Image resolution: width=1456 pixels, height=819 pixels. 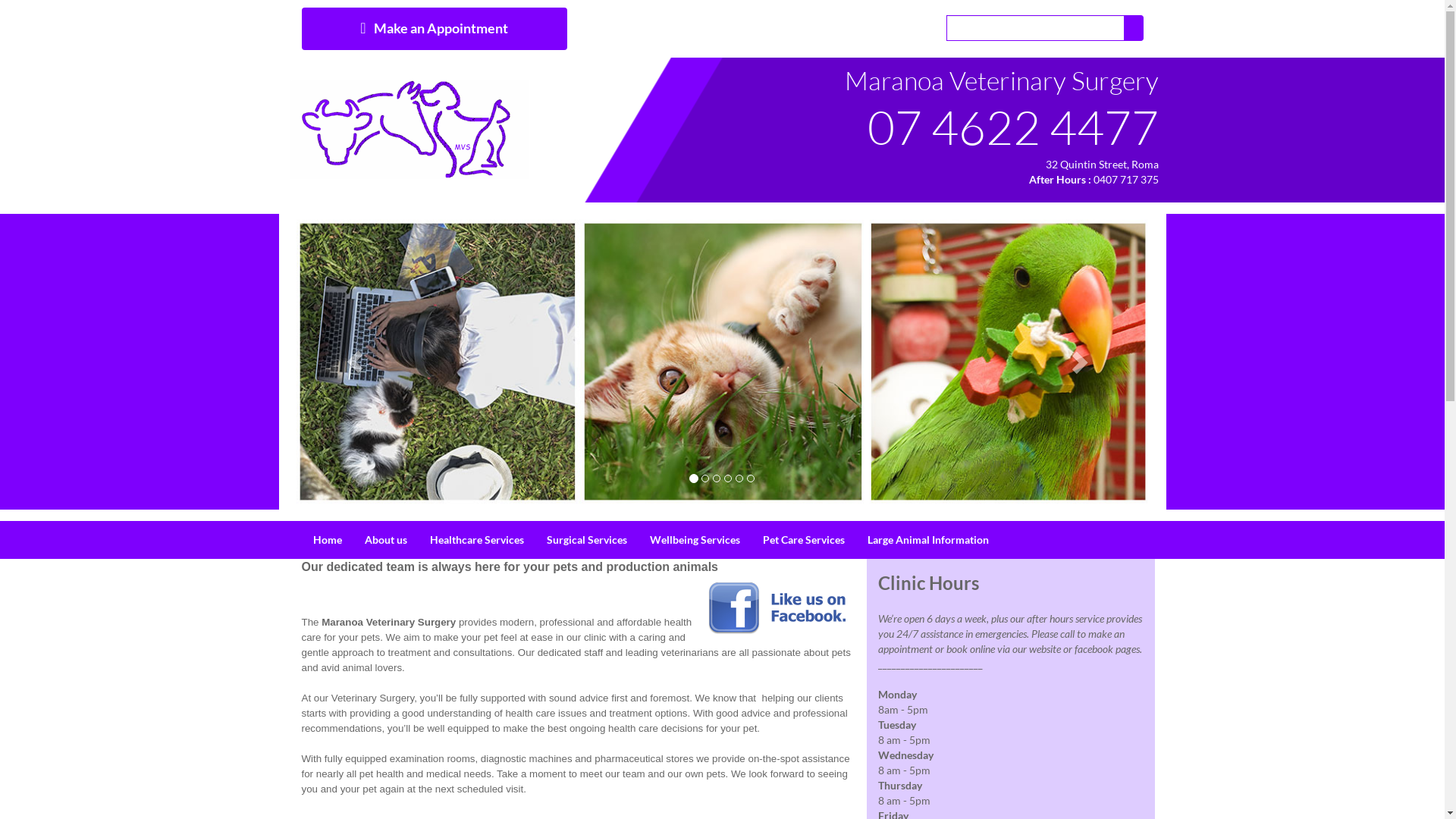 I want to click on 'Surgical Services', so click(x=585, y=539).